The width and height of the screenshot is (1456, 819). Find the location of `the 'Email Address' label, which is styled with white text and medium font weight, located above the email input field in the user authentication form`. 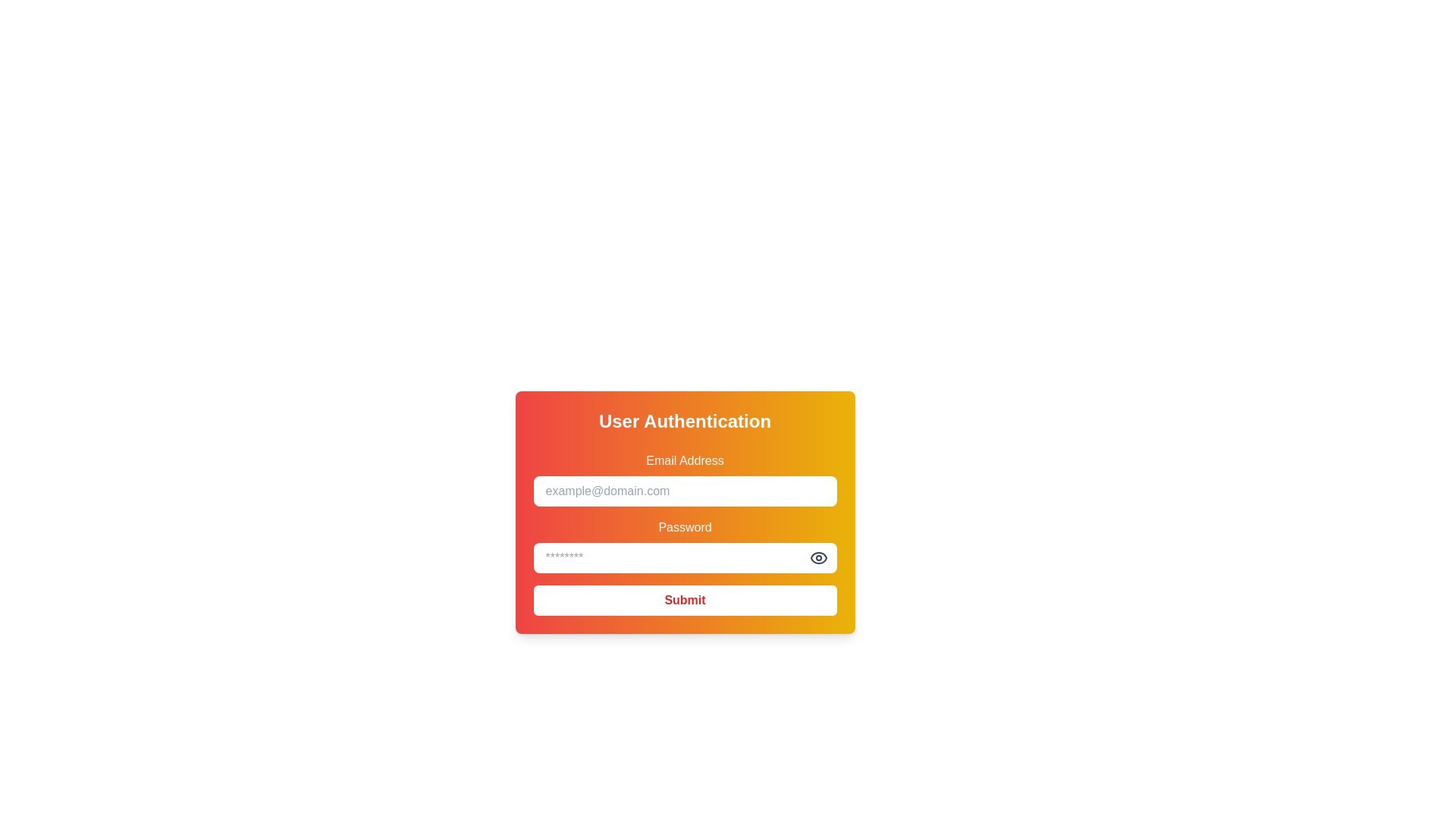

the 'Email Address' label, which is styled with white text and medium font weight, located above the email input field in the user authentication form is located at coordinates (684, 460).